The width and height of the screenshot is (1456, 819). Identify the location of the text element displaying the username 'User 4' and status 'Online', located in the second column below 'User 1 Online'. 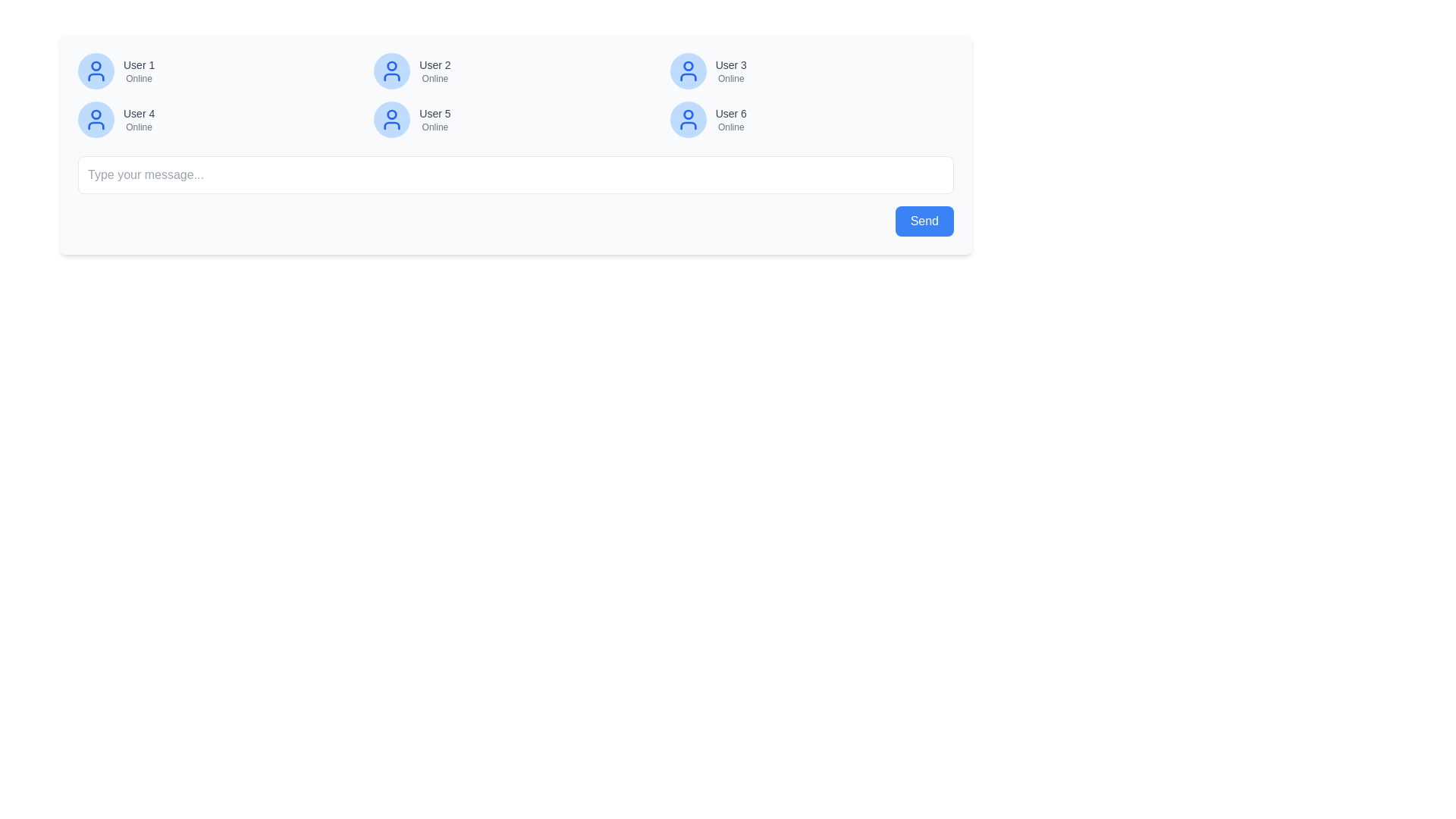
(139, 119).